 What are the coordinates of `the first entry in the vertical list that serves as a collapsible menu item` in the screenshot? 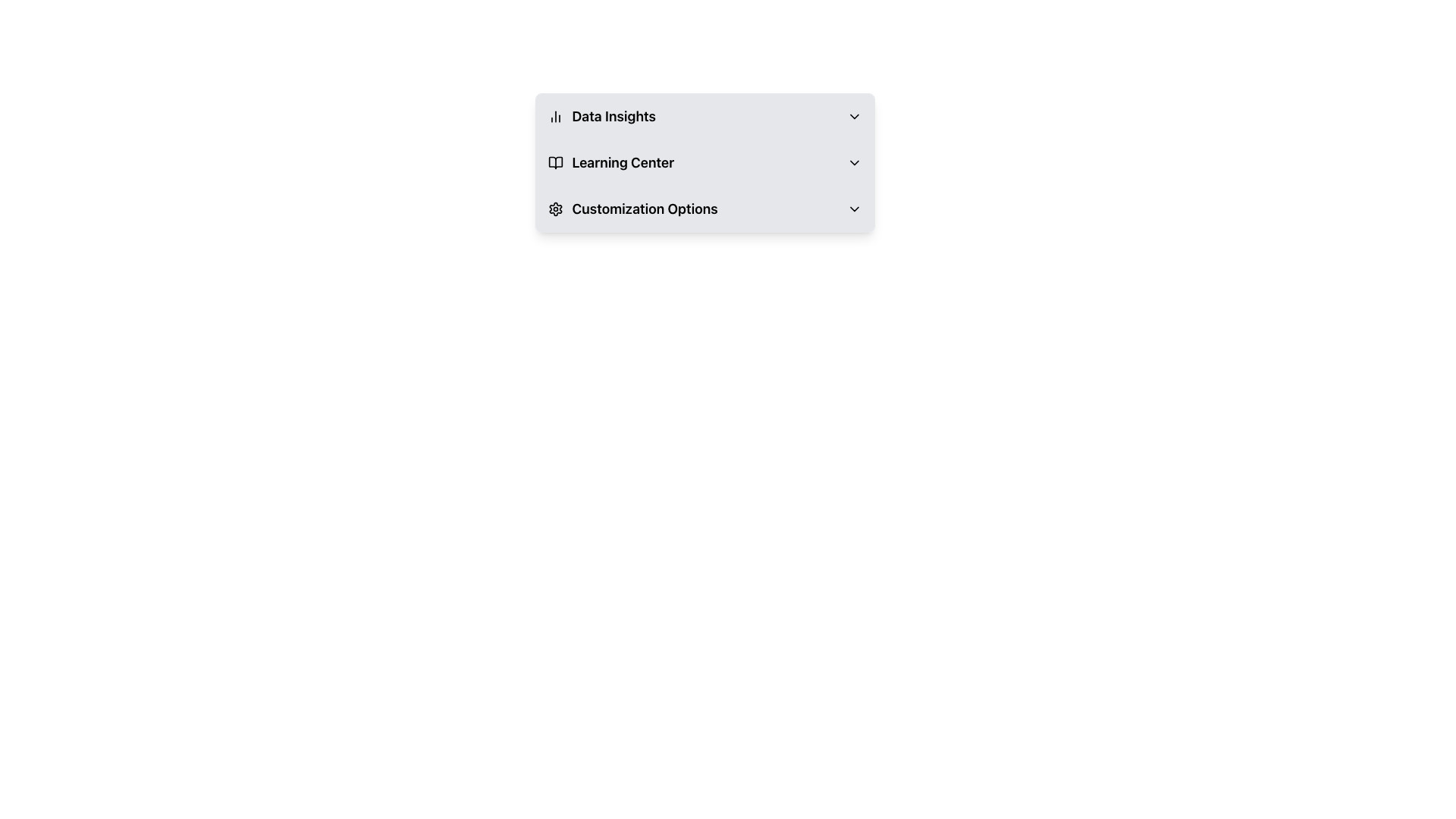 It's located at (704, 116).